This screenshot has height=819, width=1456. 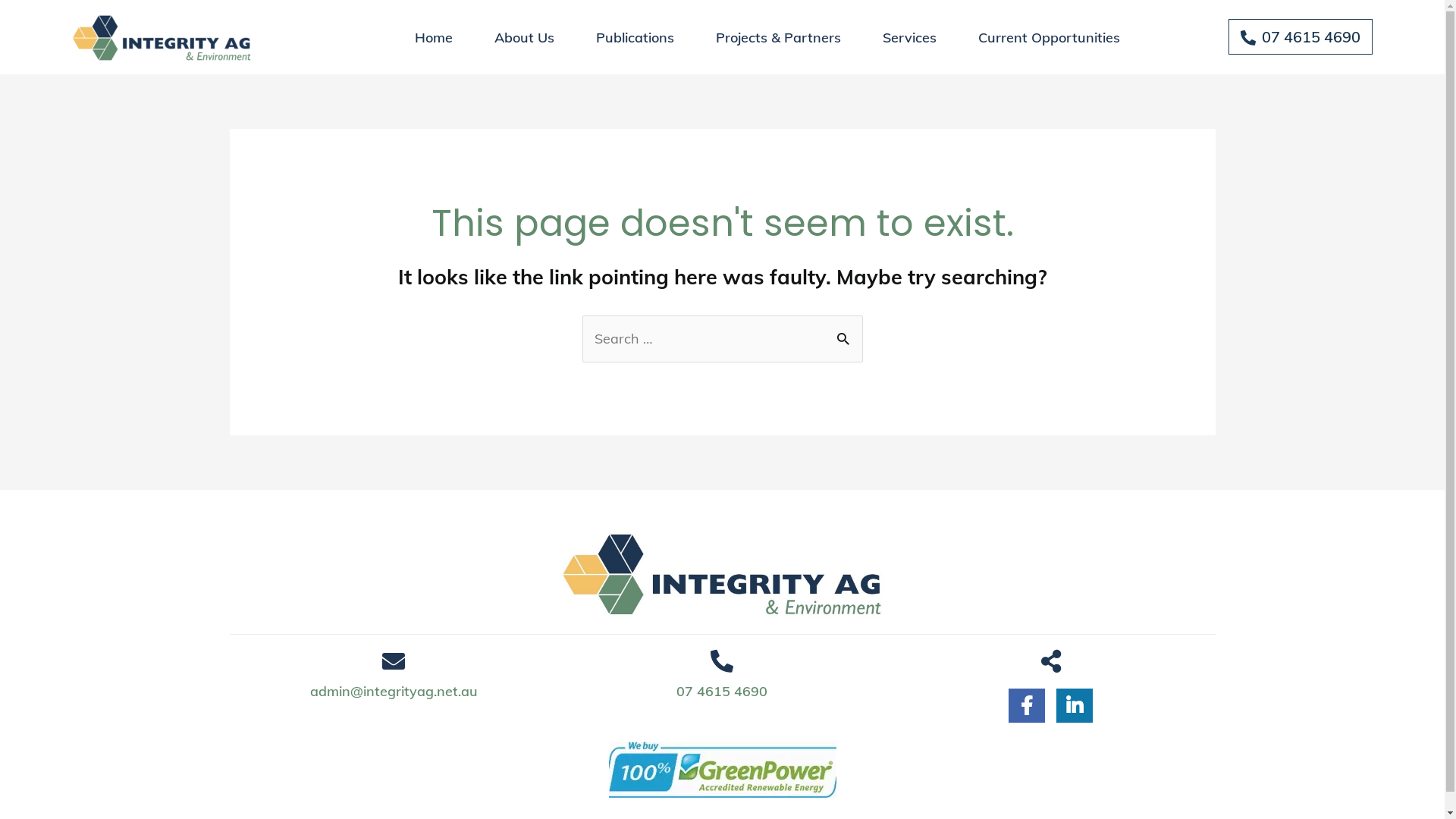 What do you see at coordinates (524, 36) in the screenshot?
I see `'About Us'` at bounding box center [524, 36].